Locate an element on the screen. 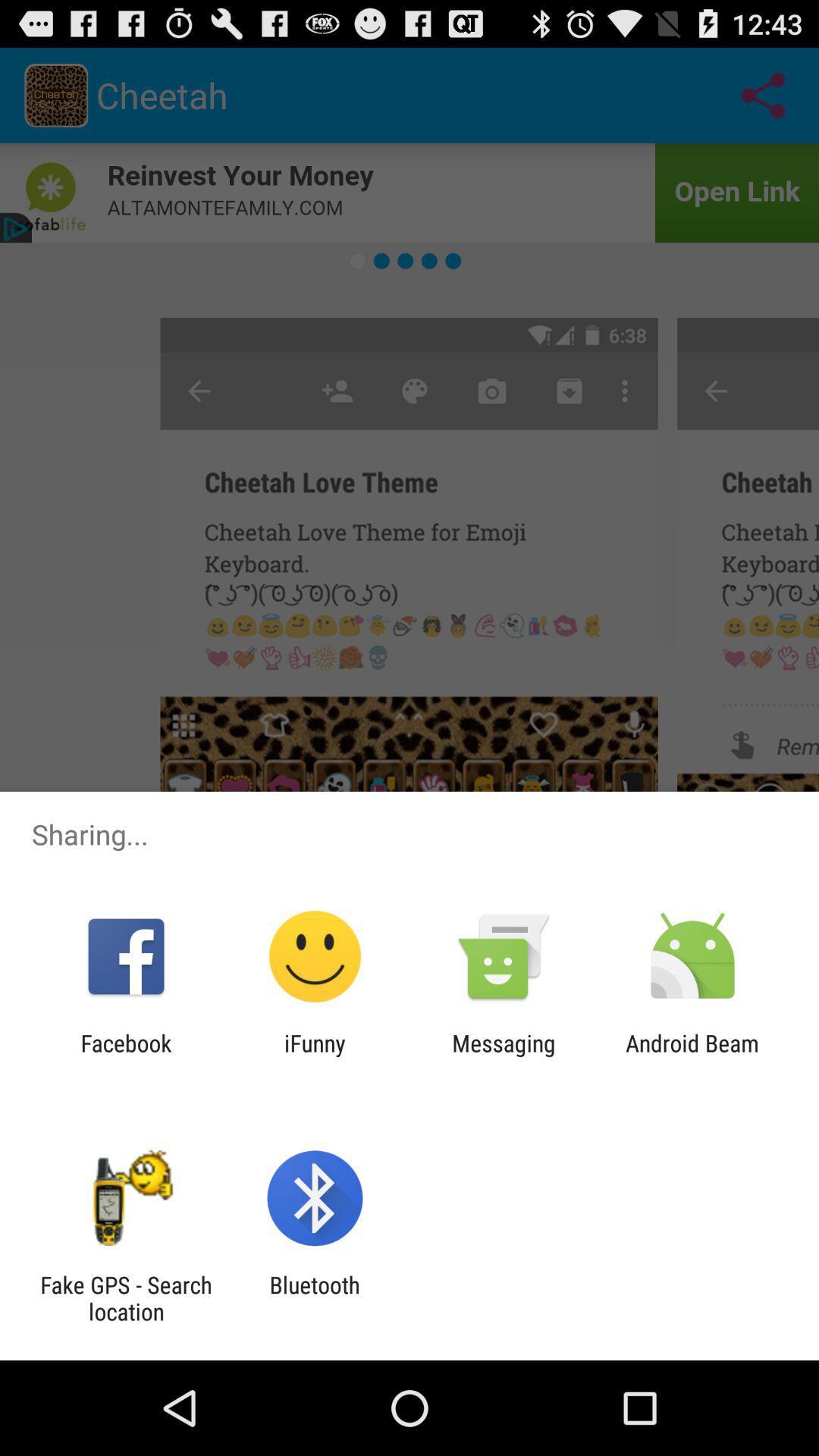 This screenshot has width=819, height=1456. item to the left of messaging icon is located at coordinates (314, 1056).